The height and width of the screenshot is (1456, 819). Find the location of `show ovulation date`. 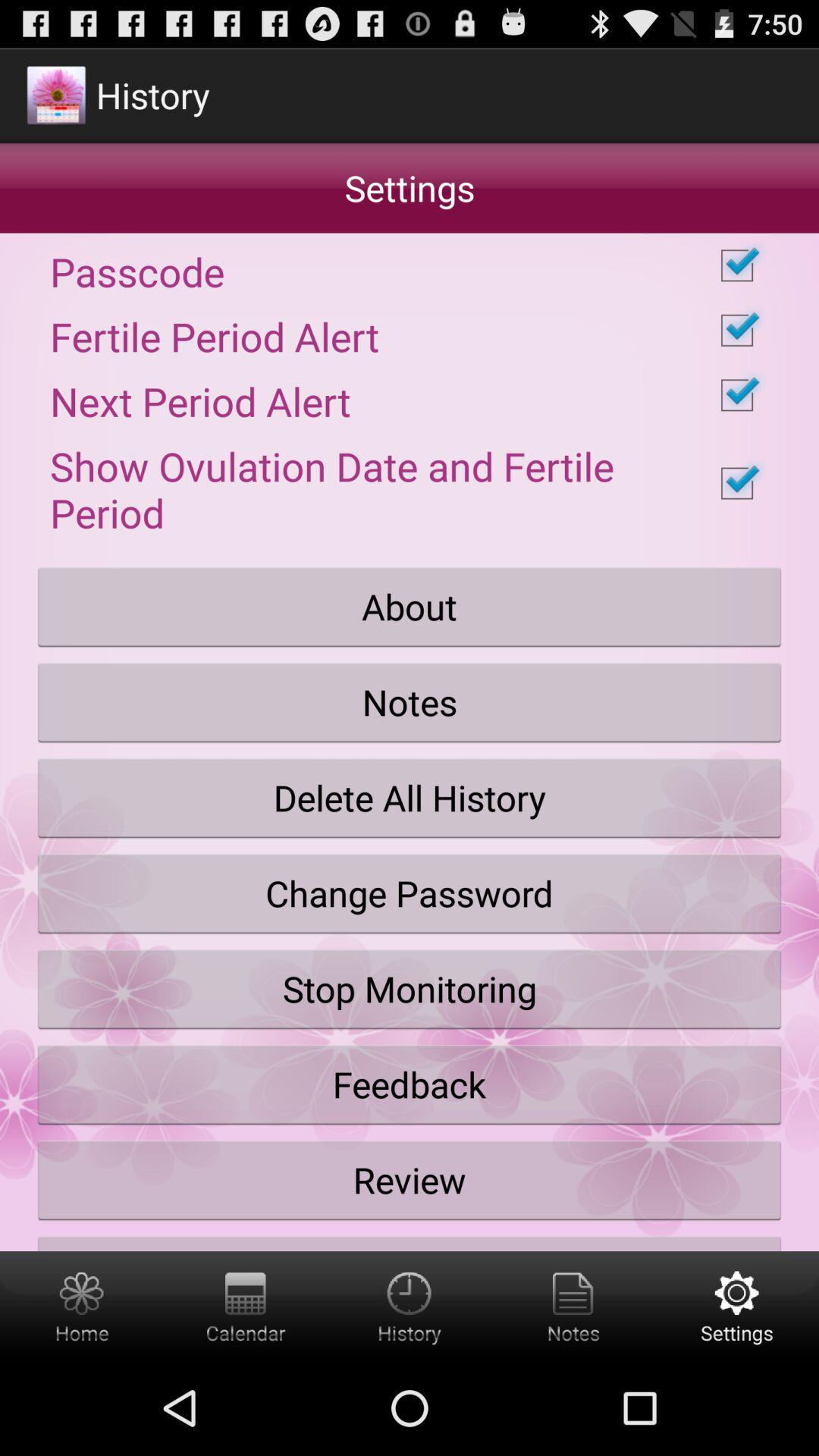

show ovulation date is located at coordinates (409, 482).